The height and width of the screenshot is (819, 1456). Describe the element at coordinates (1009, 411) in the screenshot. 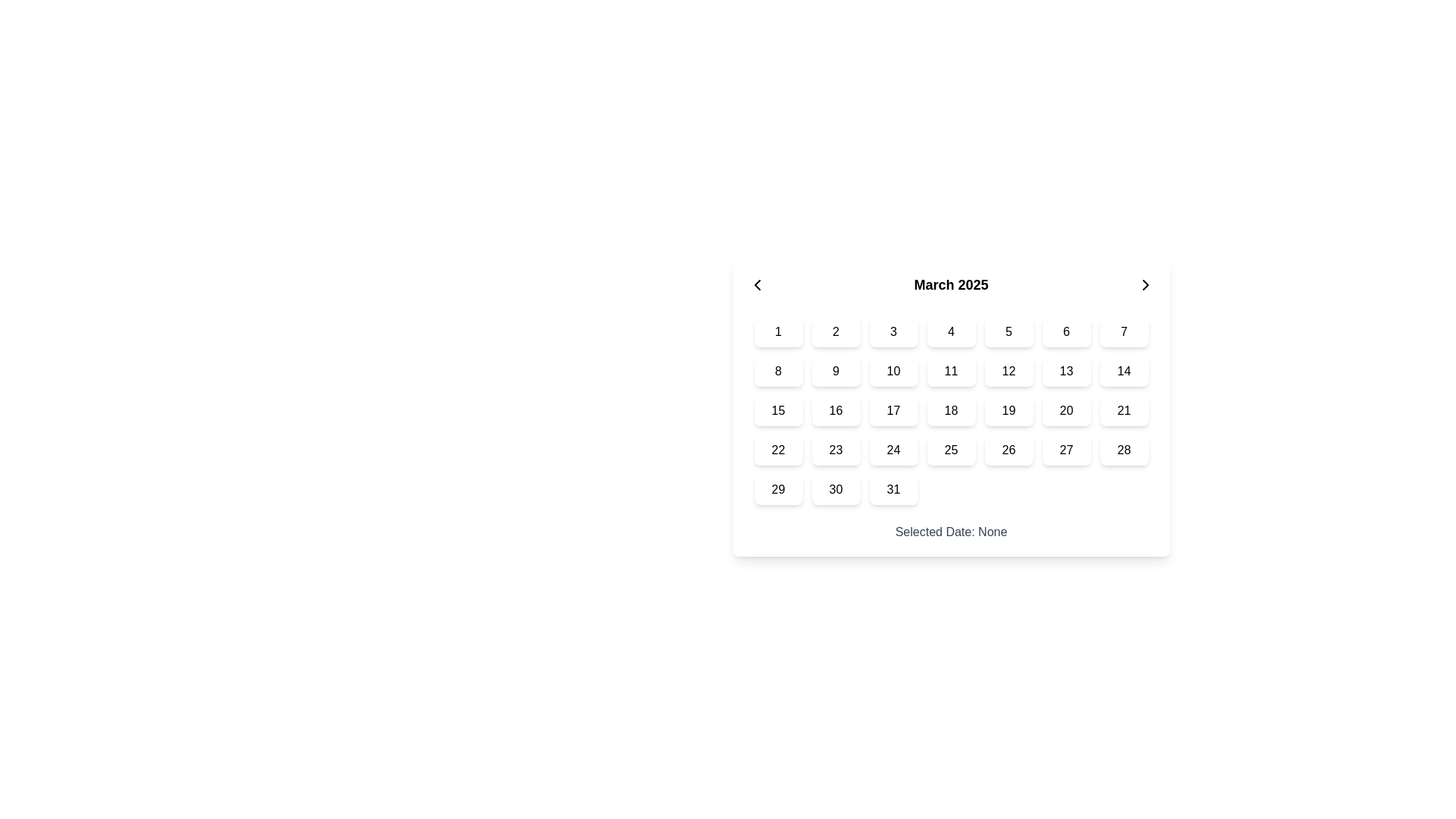

I see `the rectangular button labeled '19' located in the third row and sixth column of the calendar grid layout` at that location.